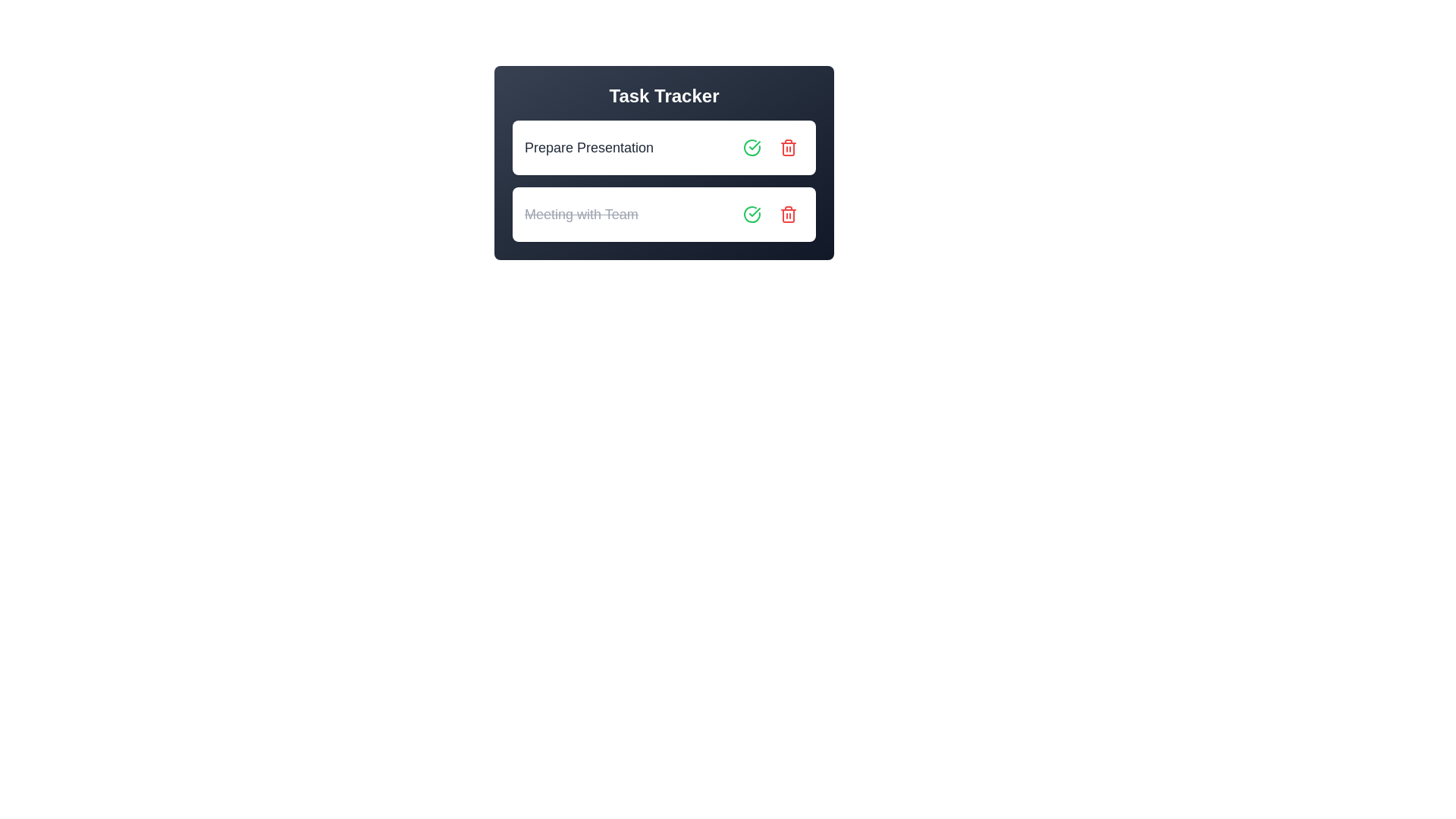 The width and height of the screenshot is (1456, 819). What do you see at coordinates (755, 212) in the screenshot?
I see `the green checkmark icon in the 'Prepare Presentation' task row to mark the task as done` at bounding box center [755, 212].